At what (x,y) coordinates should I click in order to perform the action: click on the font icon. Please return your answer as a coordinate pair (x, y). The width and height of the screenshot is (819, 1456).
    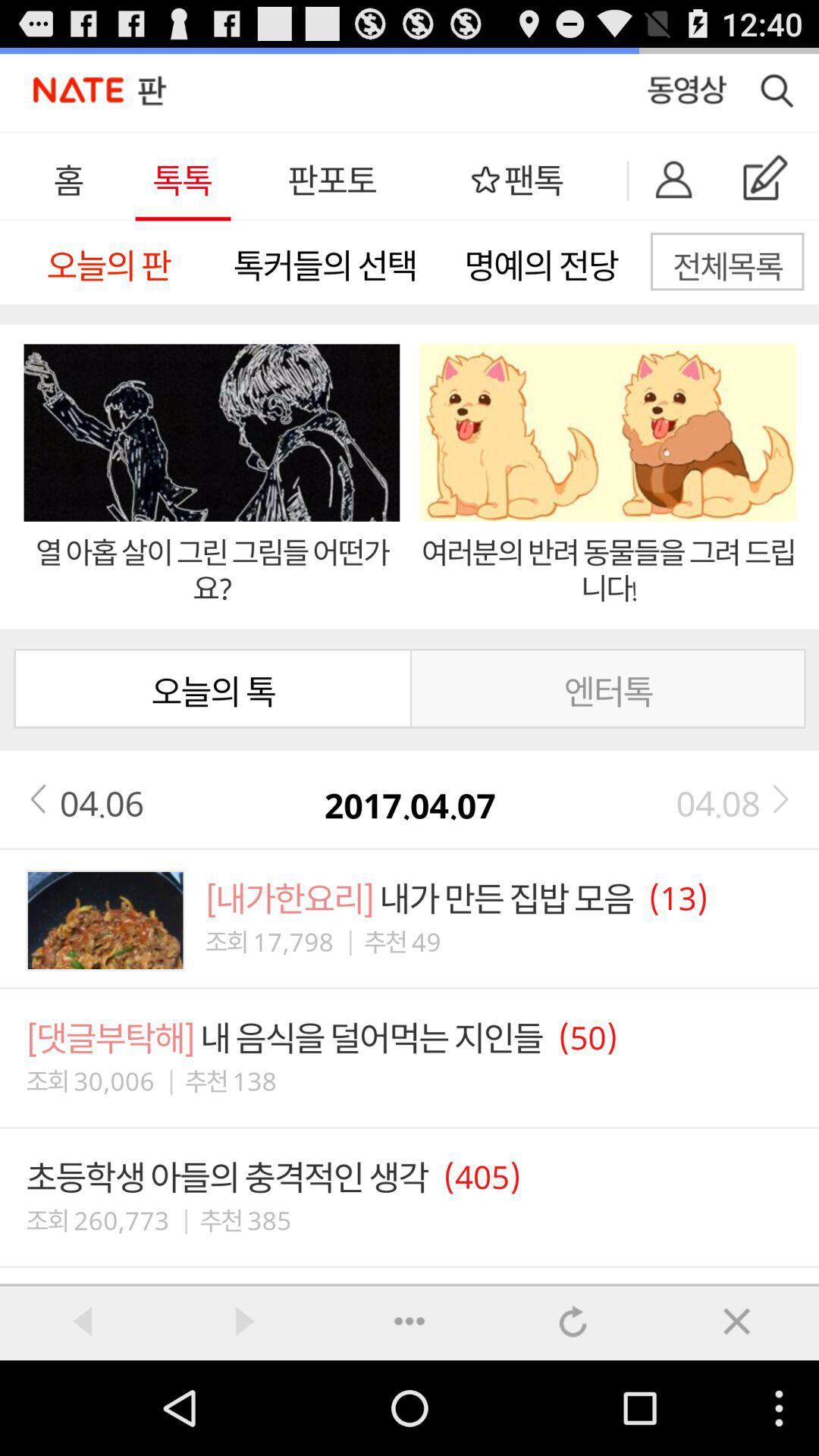
    Looking at the image, I should click on (736, 1413).